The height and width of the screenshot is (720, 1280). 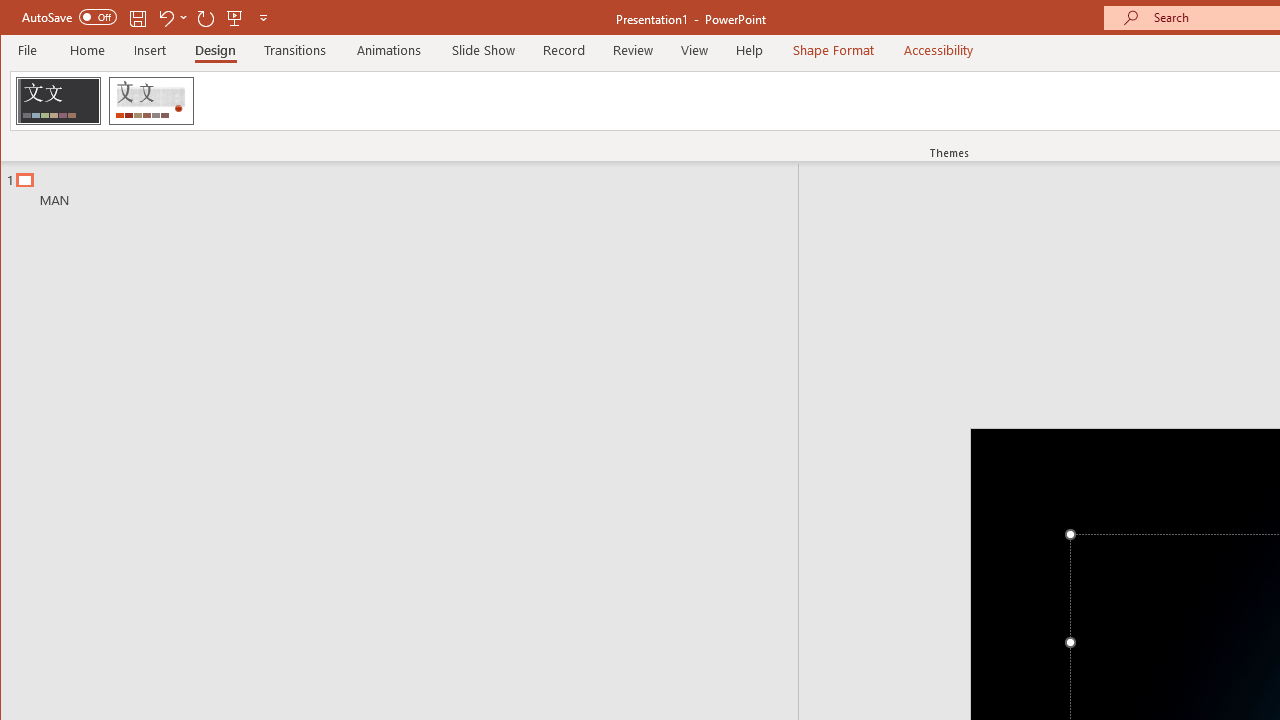 What do you see at coordinates (150, 100) in the screenshot?
I see `'Wood Type'` at bounding box center [150, 100].